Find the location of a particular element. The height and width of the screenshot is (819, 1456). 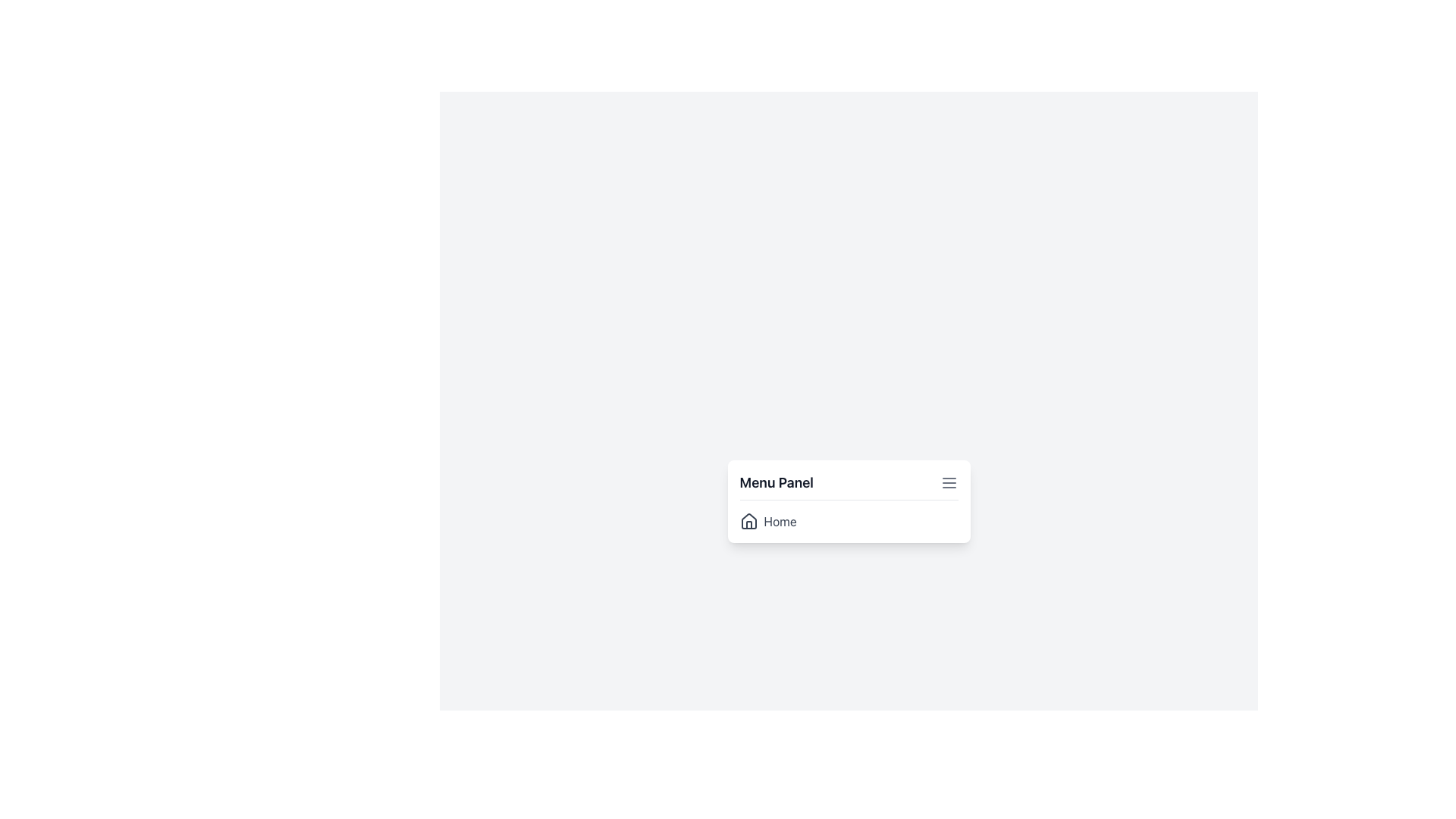

the house icon, which serves as a visual cue for the 'Home' navigation link, positioned to the left of the text 'Home' is located at coordinates (748, 520).